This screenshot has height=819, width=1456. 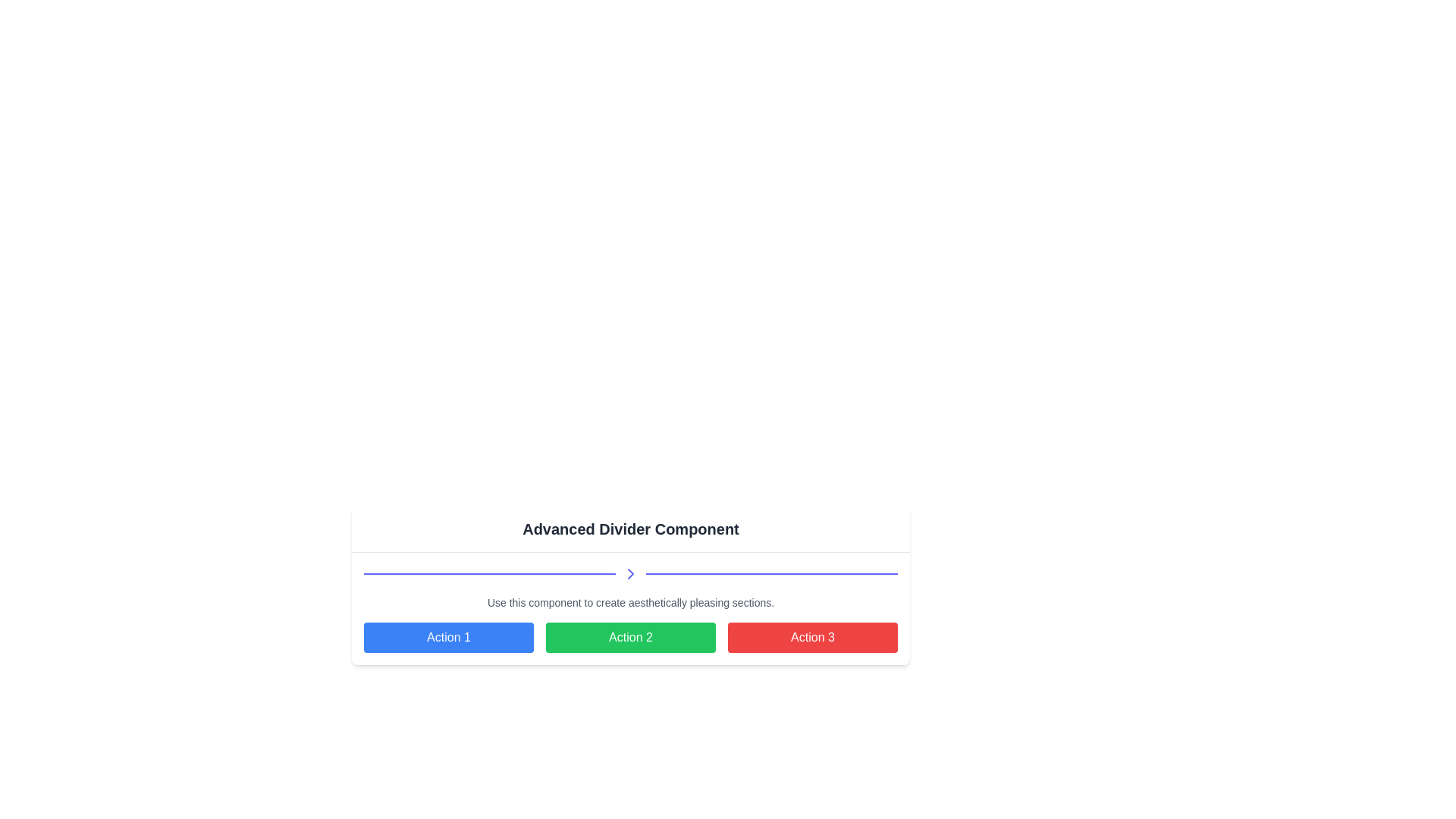 I want to click on the horizontal divider with a chevron icon located below the heading 'Advanced Divider Component' and above the text 'Use this component to create aesthetically pleasing sections.', so click(x=630, y=573).